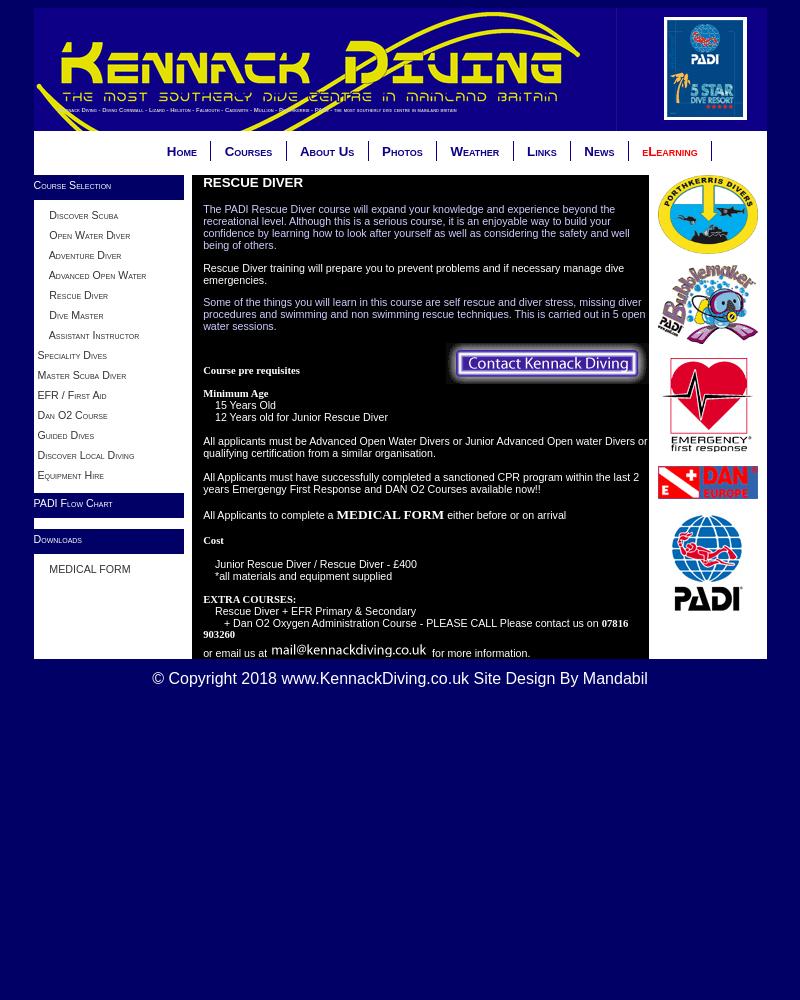 The height and width of the screenshot is (1000, 800). I want to click on 'Advanced Open Water', so click(35, 274).